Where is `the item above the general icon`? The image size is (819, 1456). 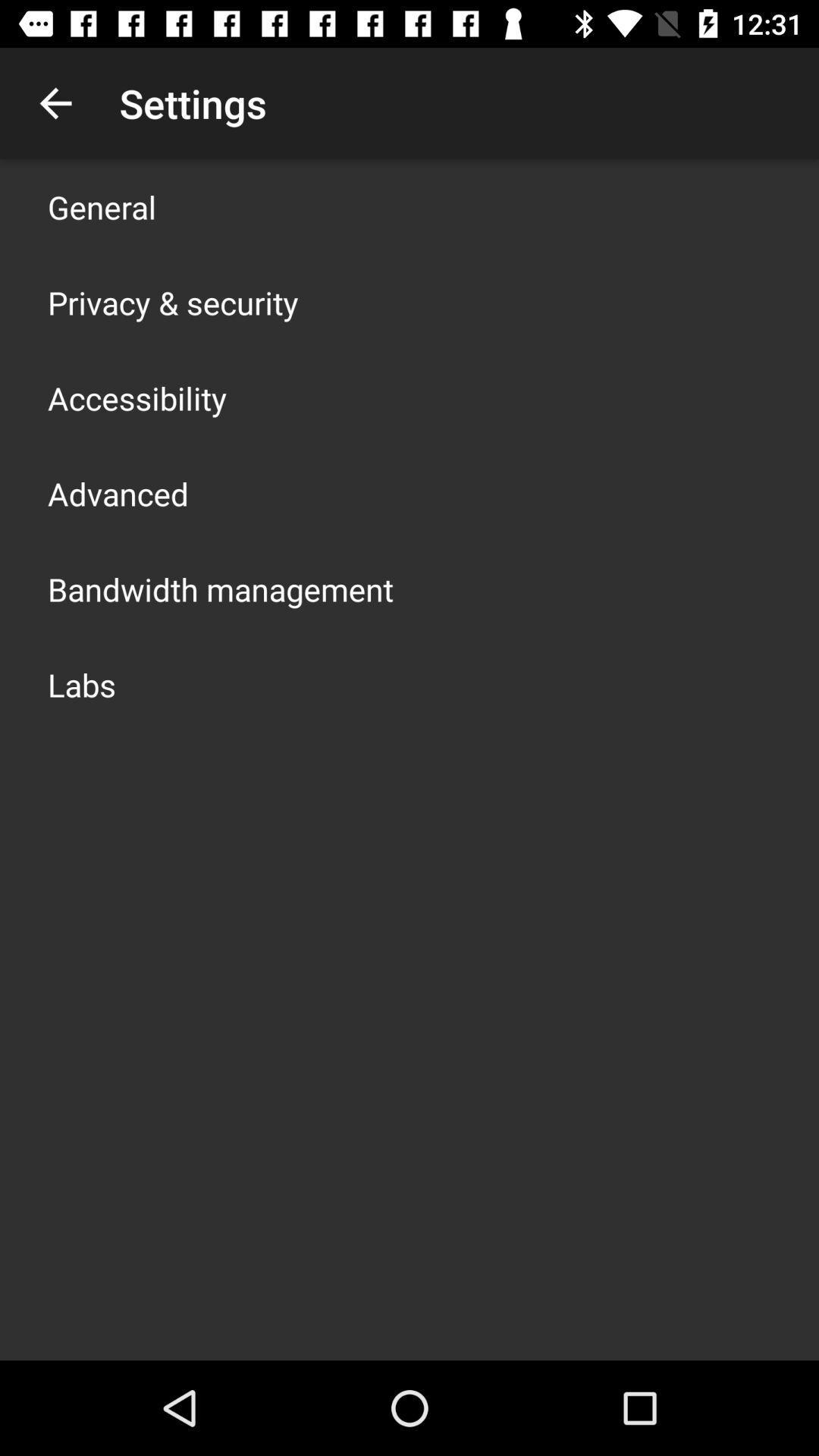 the item above the general icon is located at coordinates (55, 102).